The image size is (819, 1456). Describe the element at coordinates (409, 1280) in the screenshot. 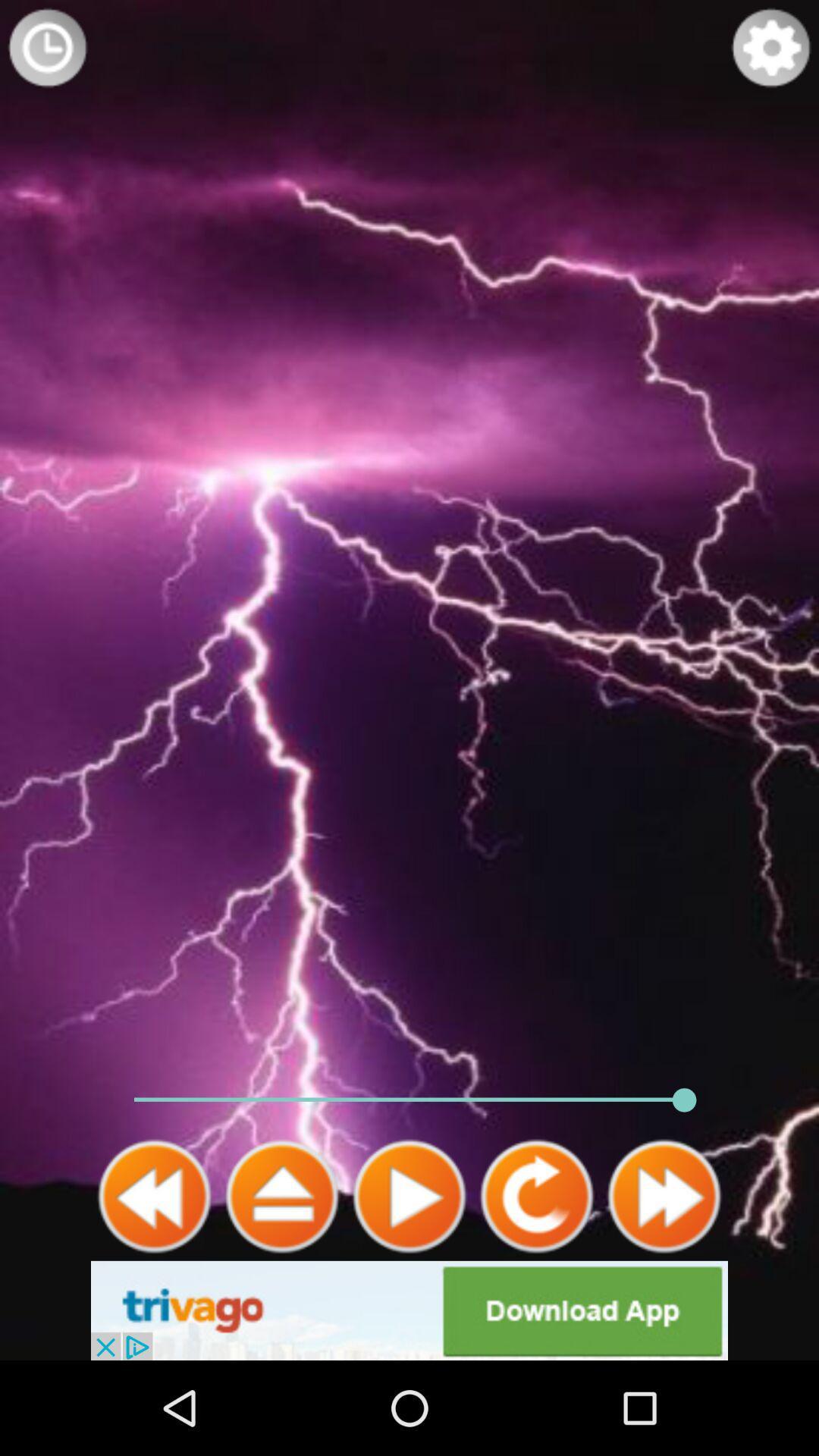

I see `the play icon` at that location.